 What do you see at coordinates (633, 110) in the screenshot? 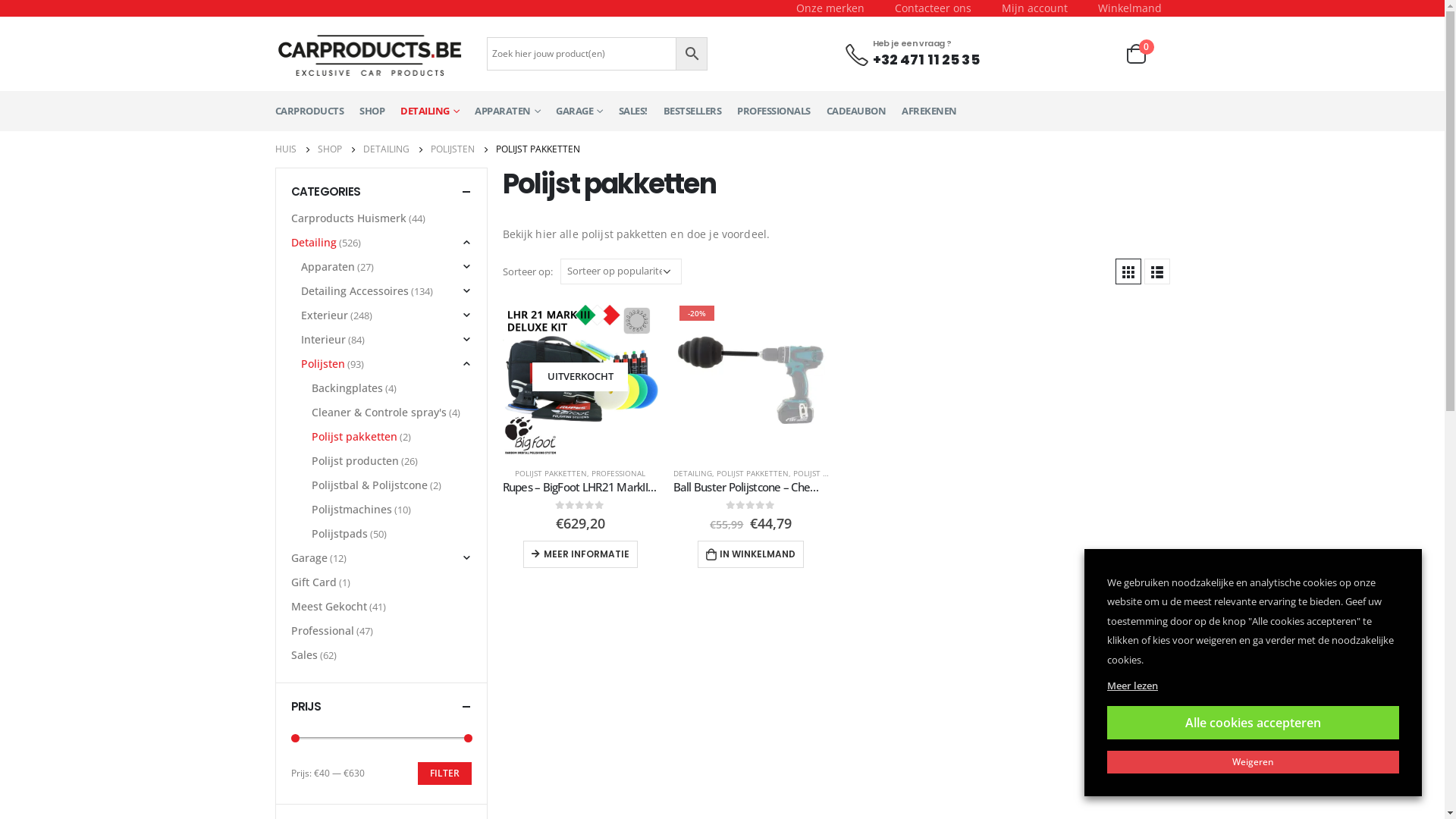
I see `'SALES!'` at bounding box center [633, 110].